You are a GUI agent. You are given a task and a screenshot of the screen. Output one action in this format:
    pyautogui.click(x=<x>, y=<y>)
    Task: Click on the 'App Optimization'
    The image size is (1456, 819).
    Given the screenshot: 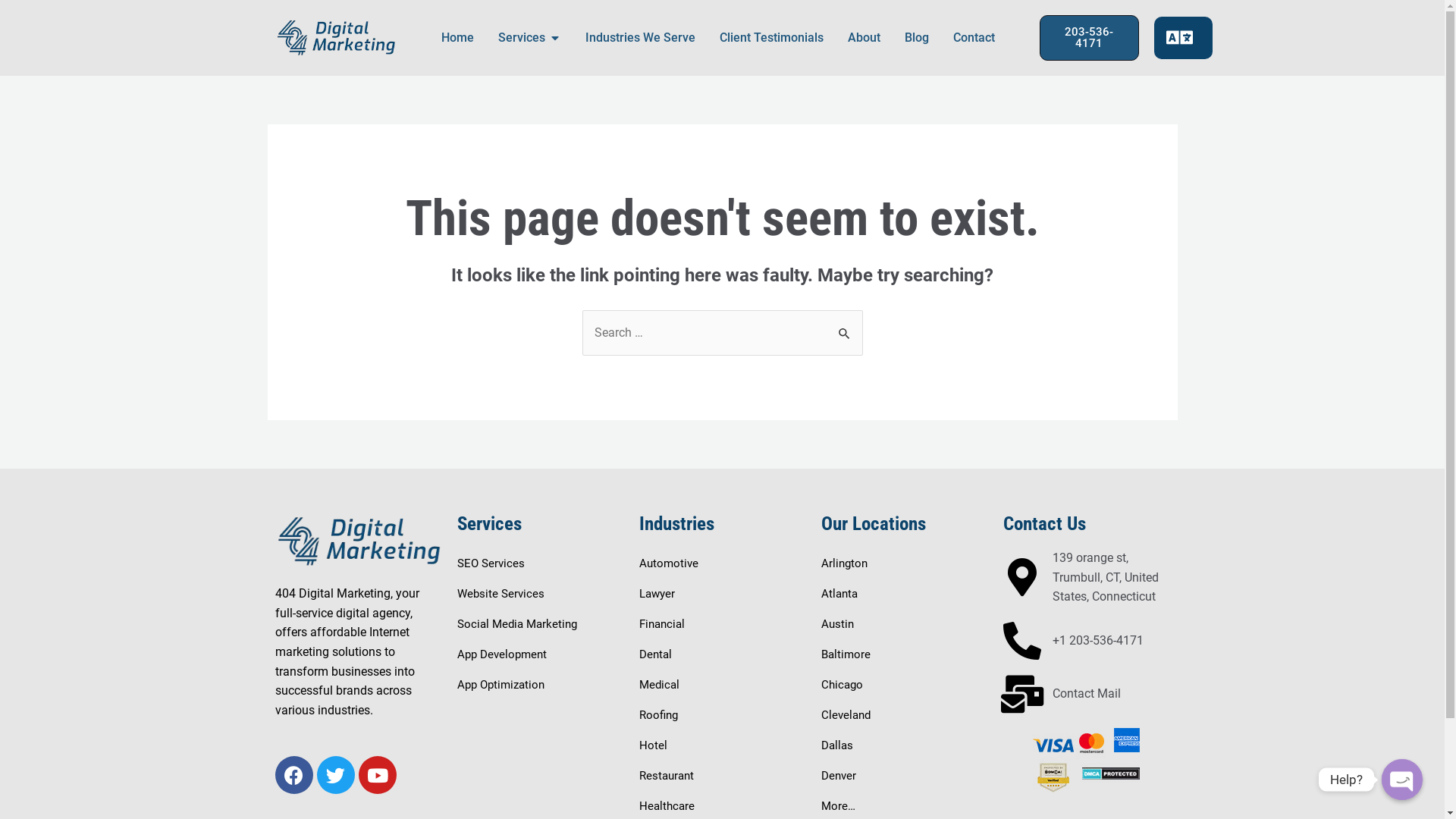 What is the action you would take?
    pyautogui.click(x=500, y=684)
    